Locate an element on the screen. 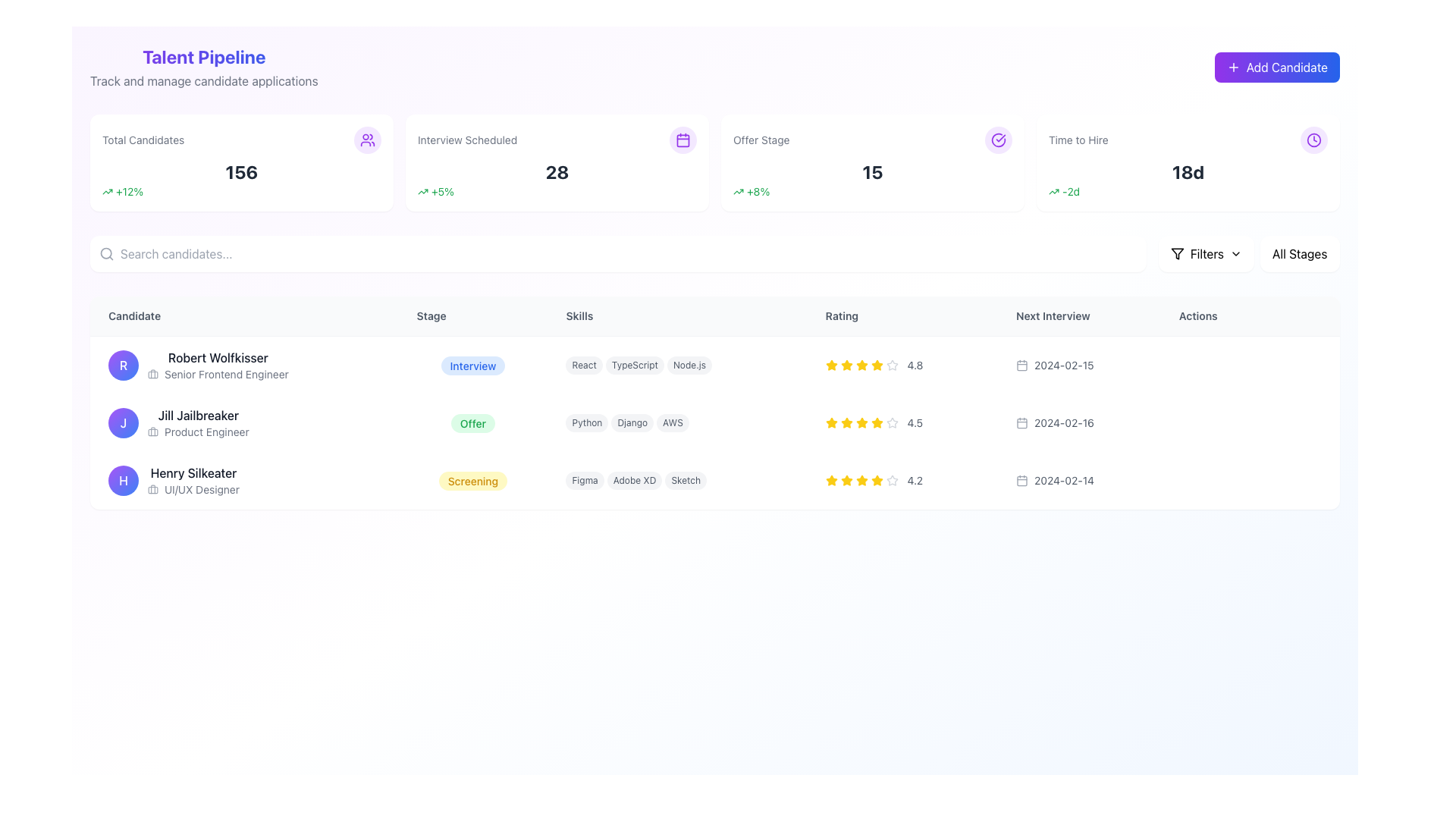 The width and height of the screenshot is (1456, 819). the third skill label in the 'Skills' column of the second row, which indicates a skill or keyword associated with the entry, following 'Python' and 'Django' is located at coordinates (672, 423).